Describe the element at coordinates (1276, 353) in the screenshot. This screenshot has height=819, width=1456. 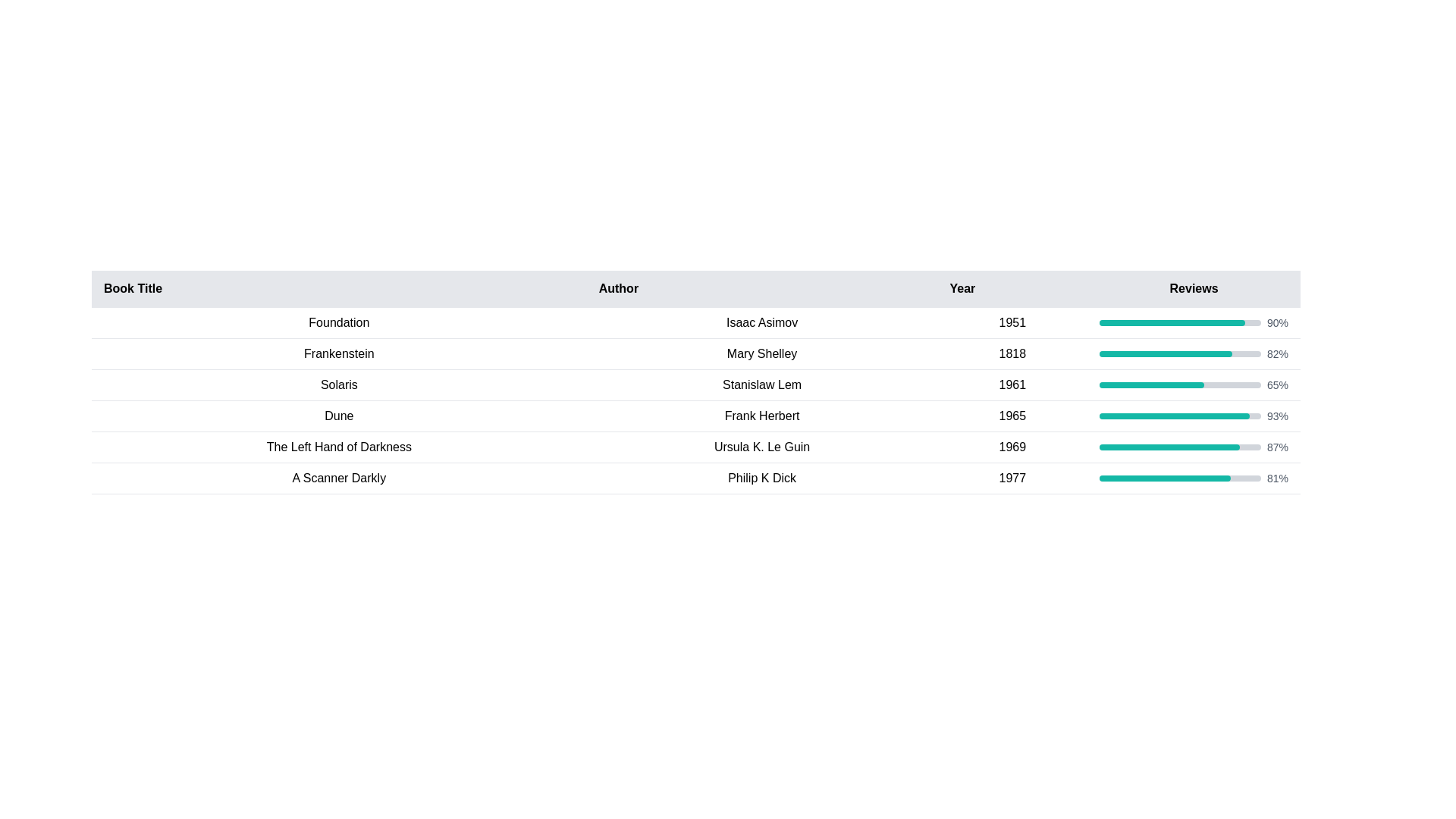
I see `the static text label displaying '82%' in gray font, located at the far-right of the 'Frankenstein' row under the 'Reviews' column` at that location.